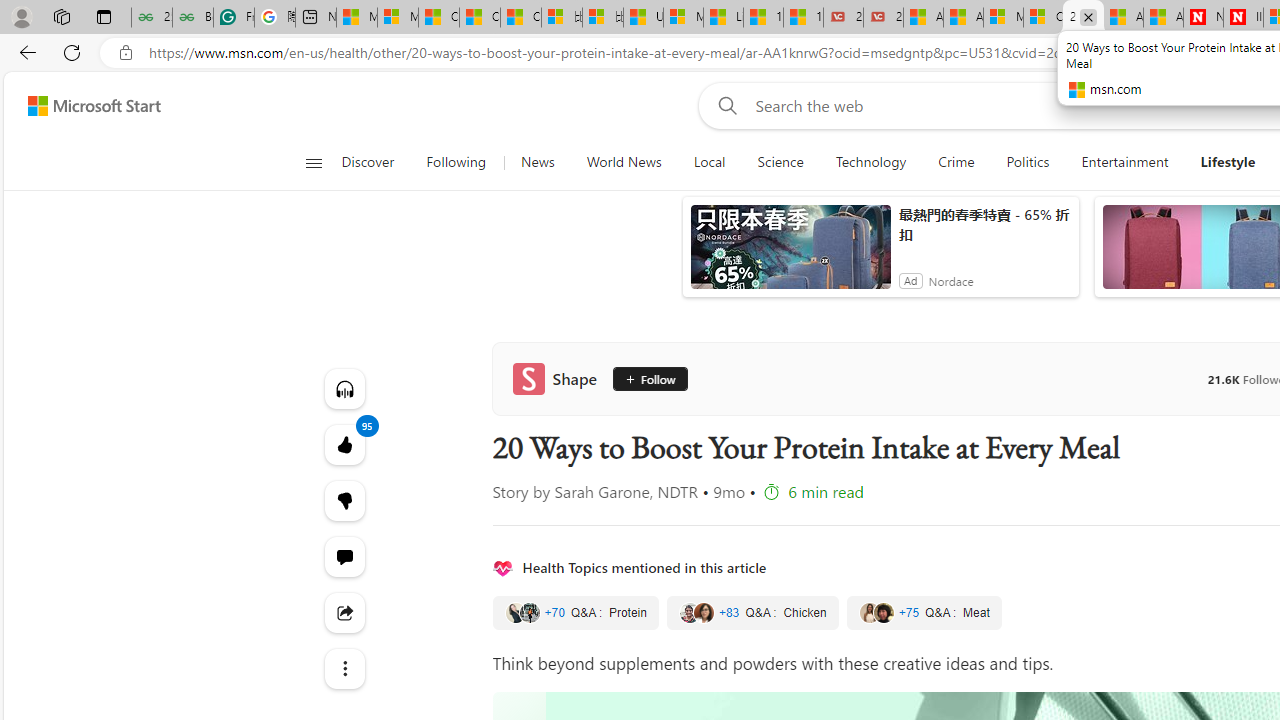 This screenshot has height=720, width=1280. Describe the element at coordinates (723, 105) in the screenshot. I see `'Web search'` at that location.